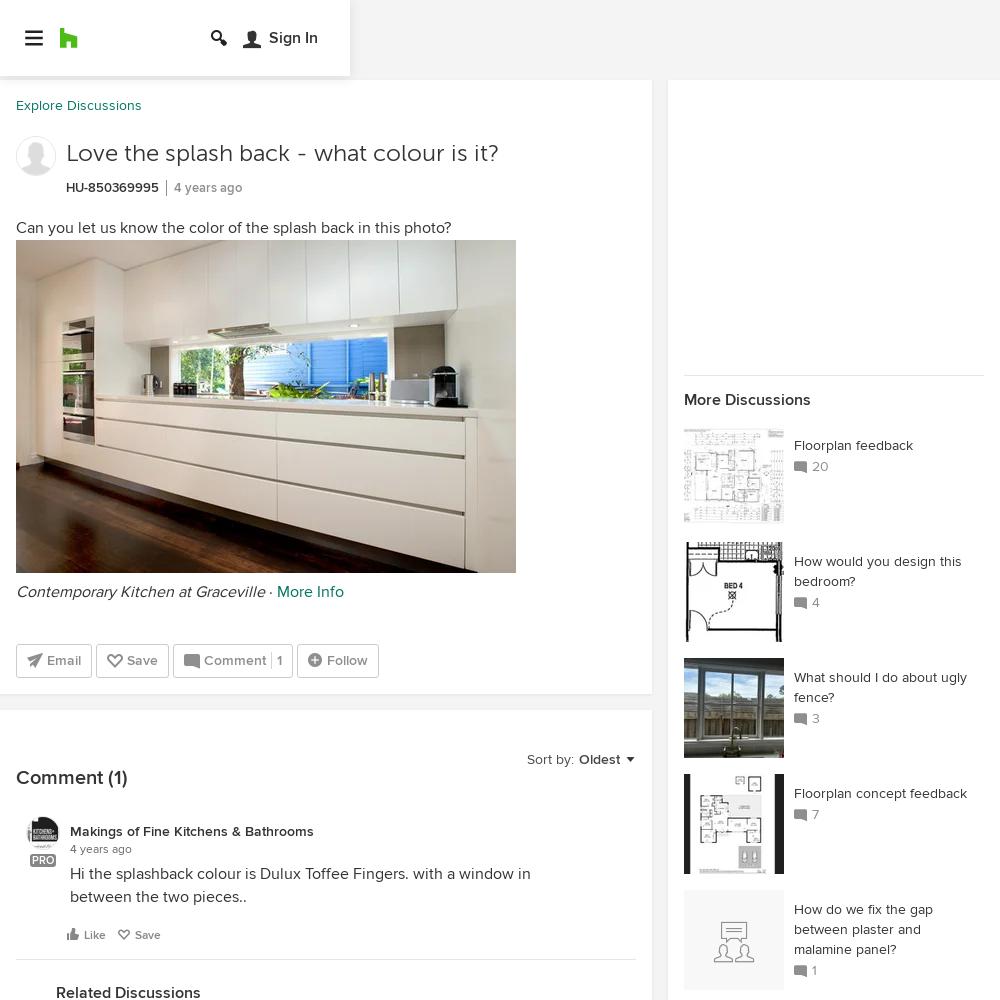  What do you see at coordinates (43, 859) in the screenshot?
I see `'PRO'` at bounding box center [43, 859].